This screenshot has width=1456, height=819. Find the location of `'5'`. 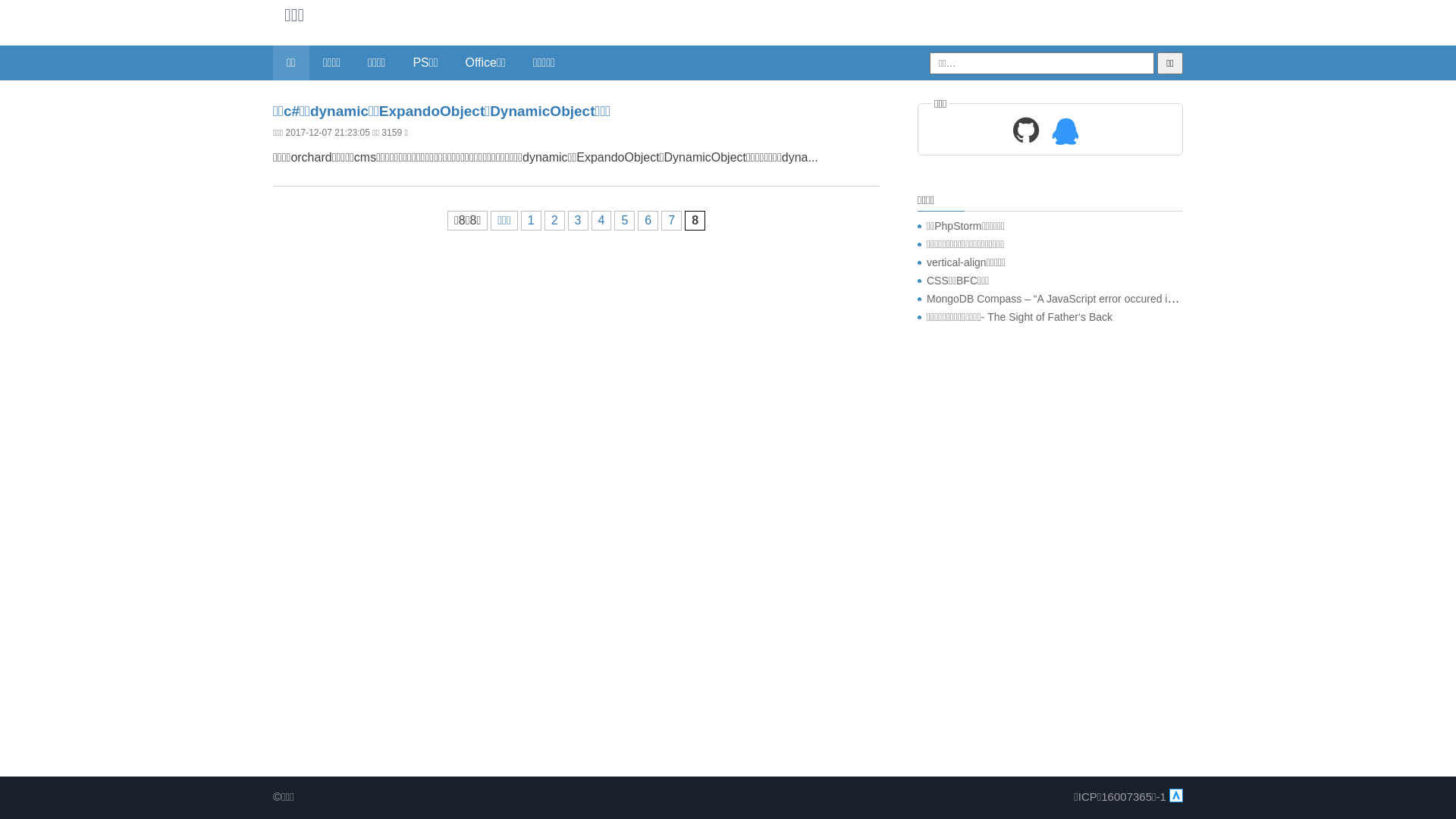

'5' is located at coordinates (624, 220).